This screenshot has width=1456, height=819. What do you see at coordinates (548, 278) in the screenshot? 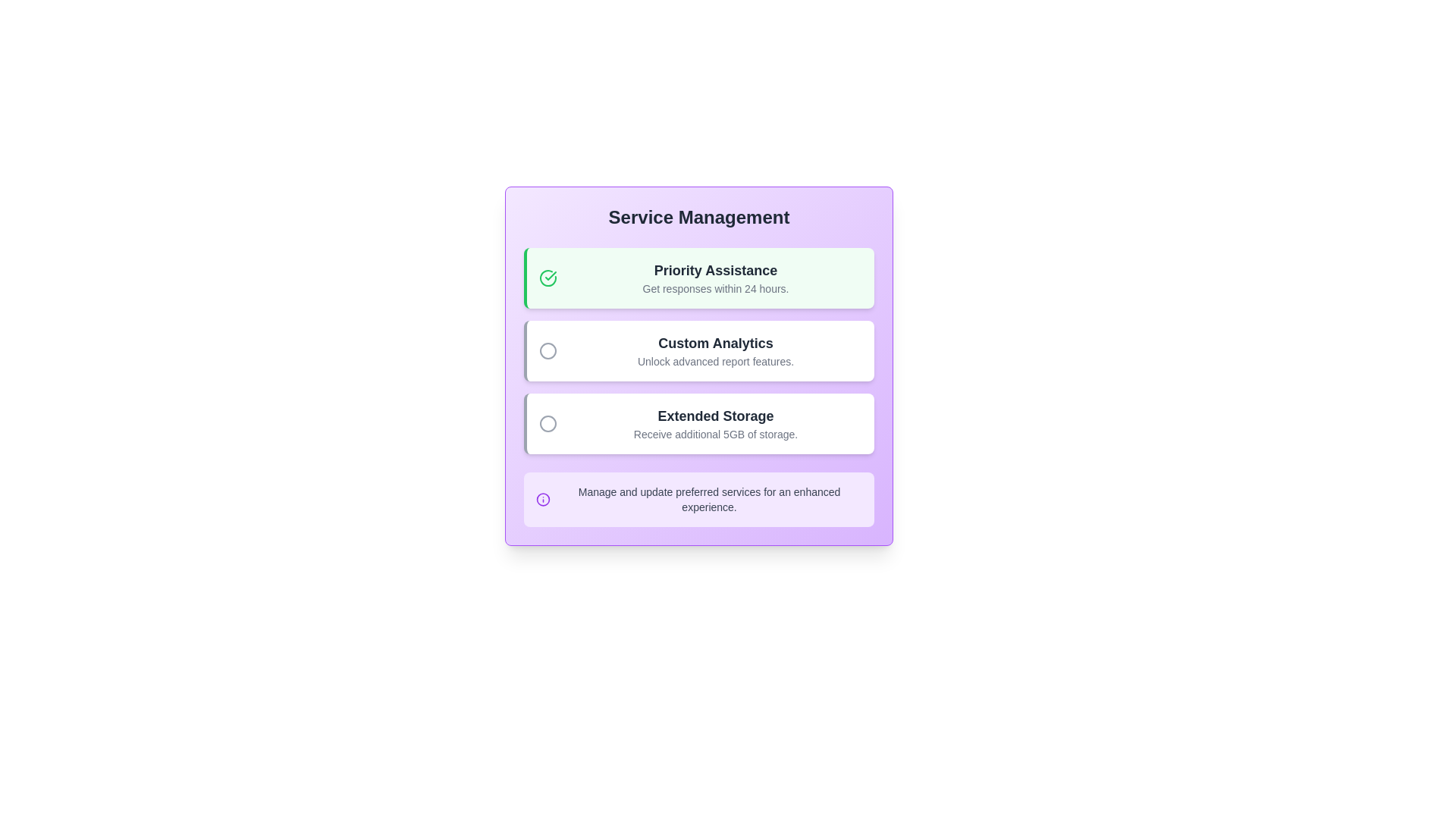
I see `the state of the selection indicator icon for the 'Priority Assistance' feature, located in the left section of the item labeled 'Priority Assistance' under 'Service Management'` at bounding box center [548, 278].